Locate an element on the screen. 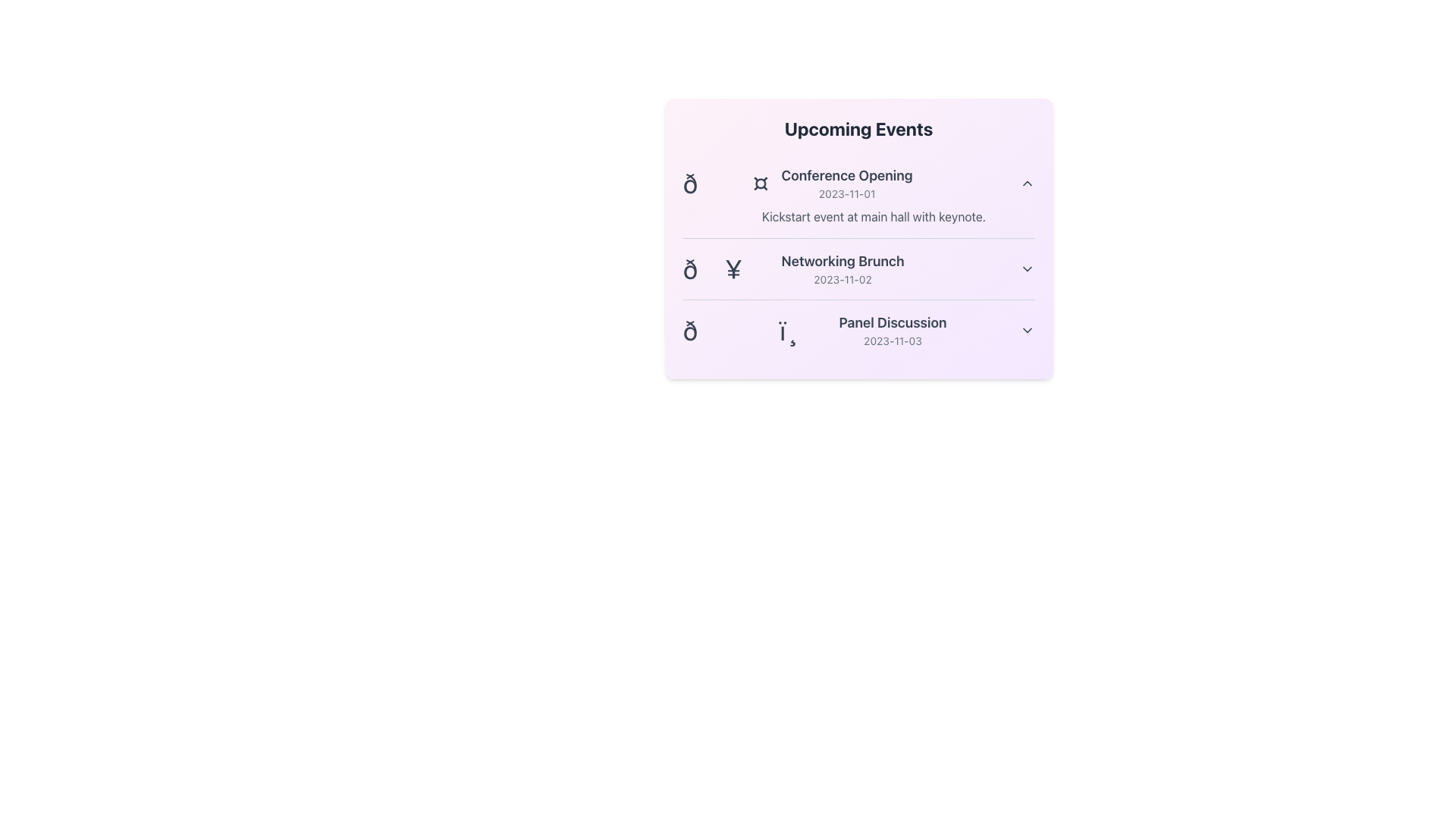  date information from the text element located beneath the title 'Panel Discussion' in the event details is located at coordinates (893, 341).